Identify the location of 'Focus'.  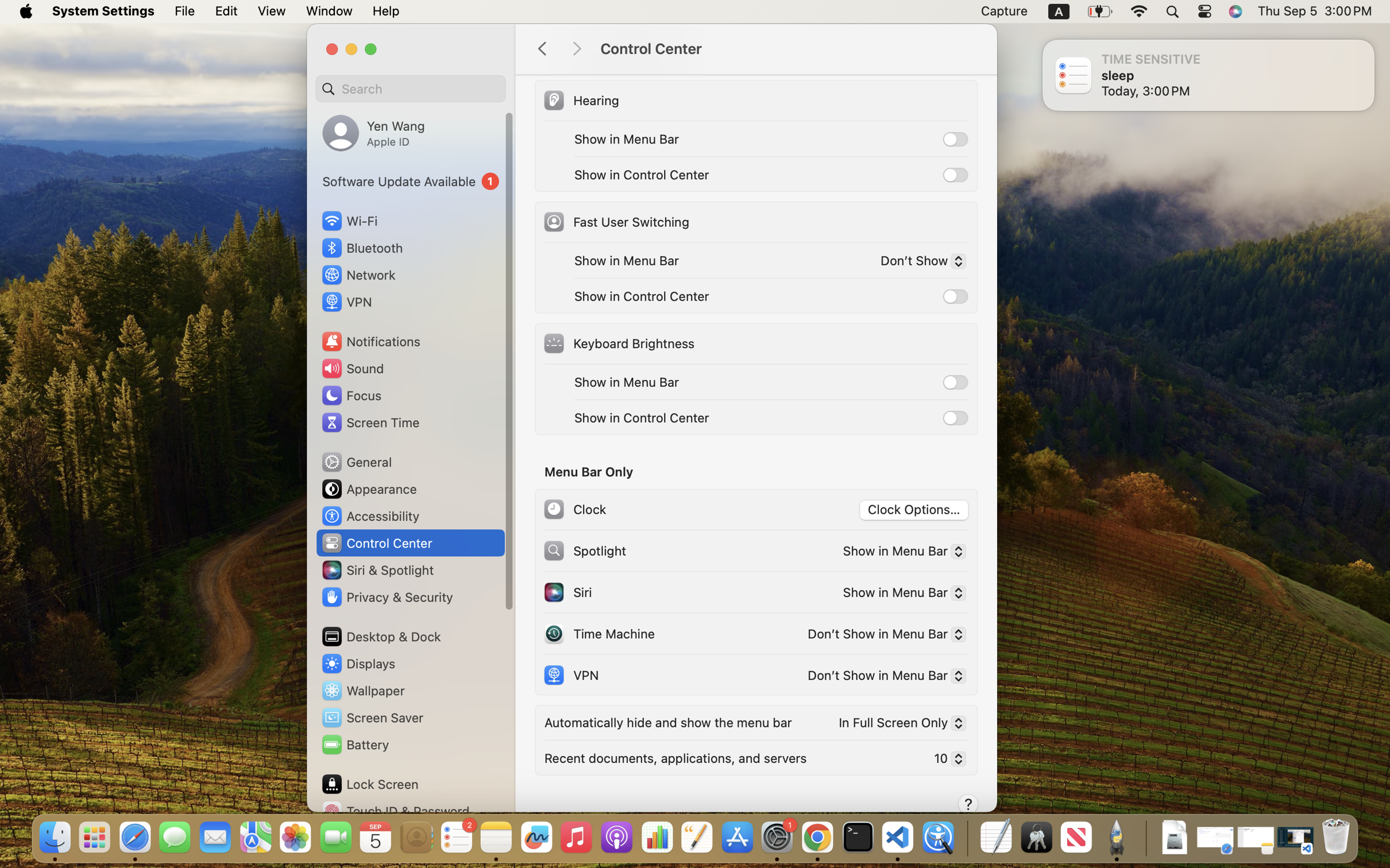
(350, 394).